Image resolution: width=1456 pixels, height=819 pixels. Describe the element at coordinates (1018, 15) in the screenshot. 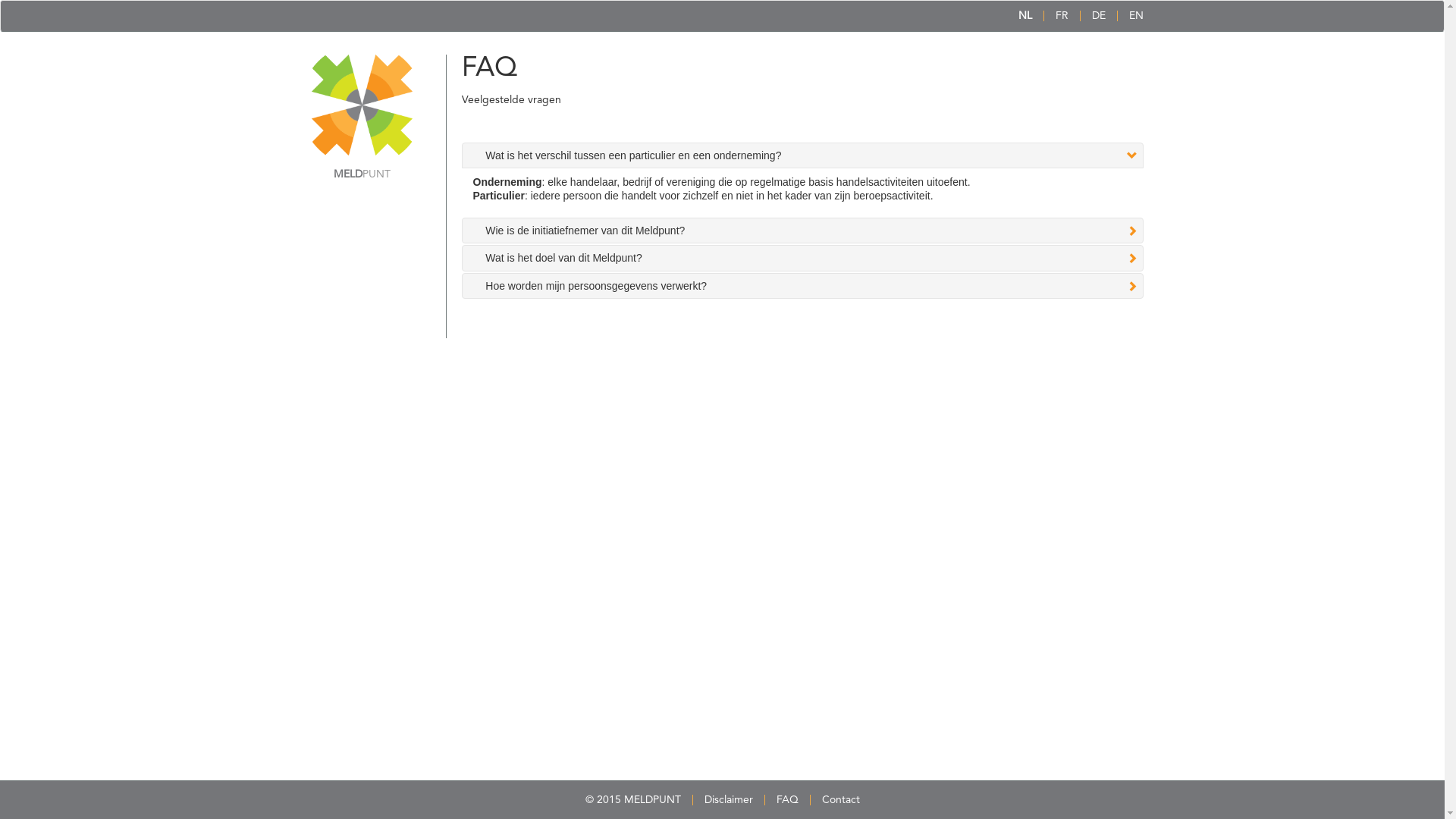

I see `'NL'` at that location.